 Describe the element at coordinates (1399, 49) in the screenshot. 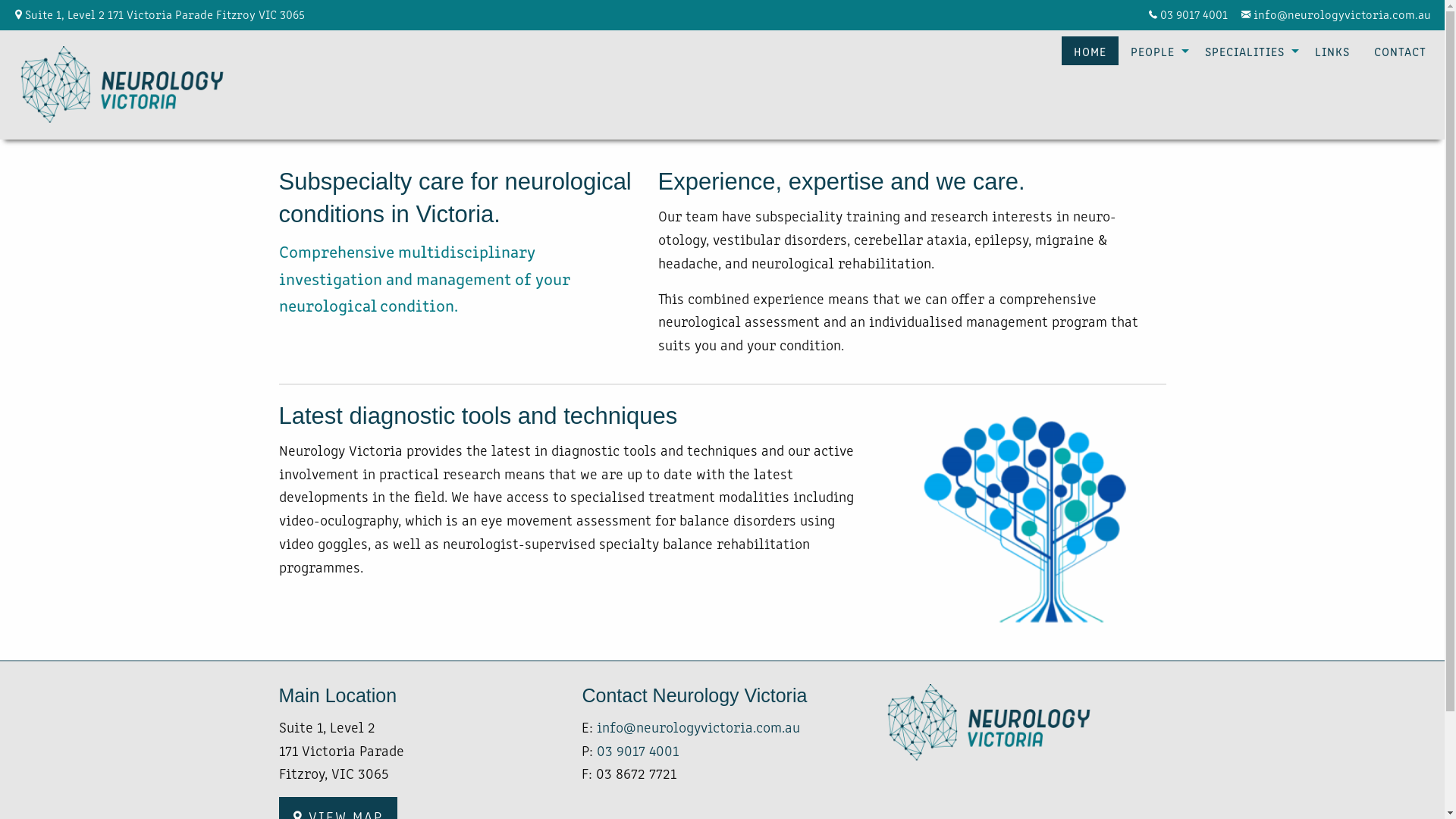

I see `'CONTACT'` at that location.